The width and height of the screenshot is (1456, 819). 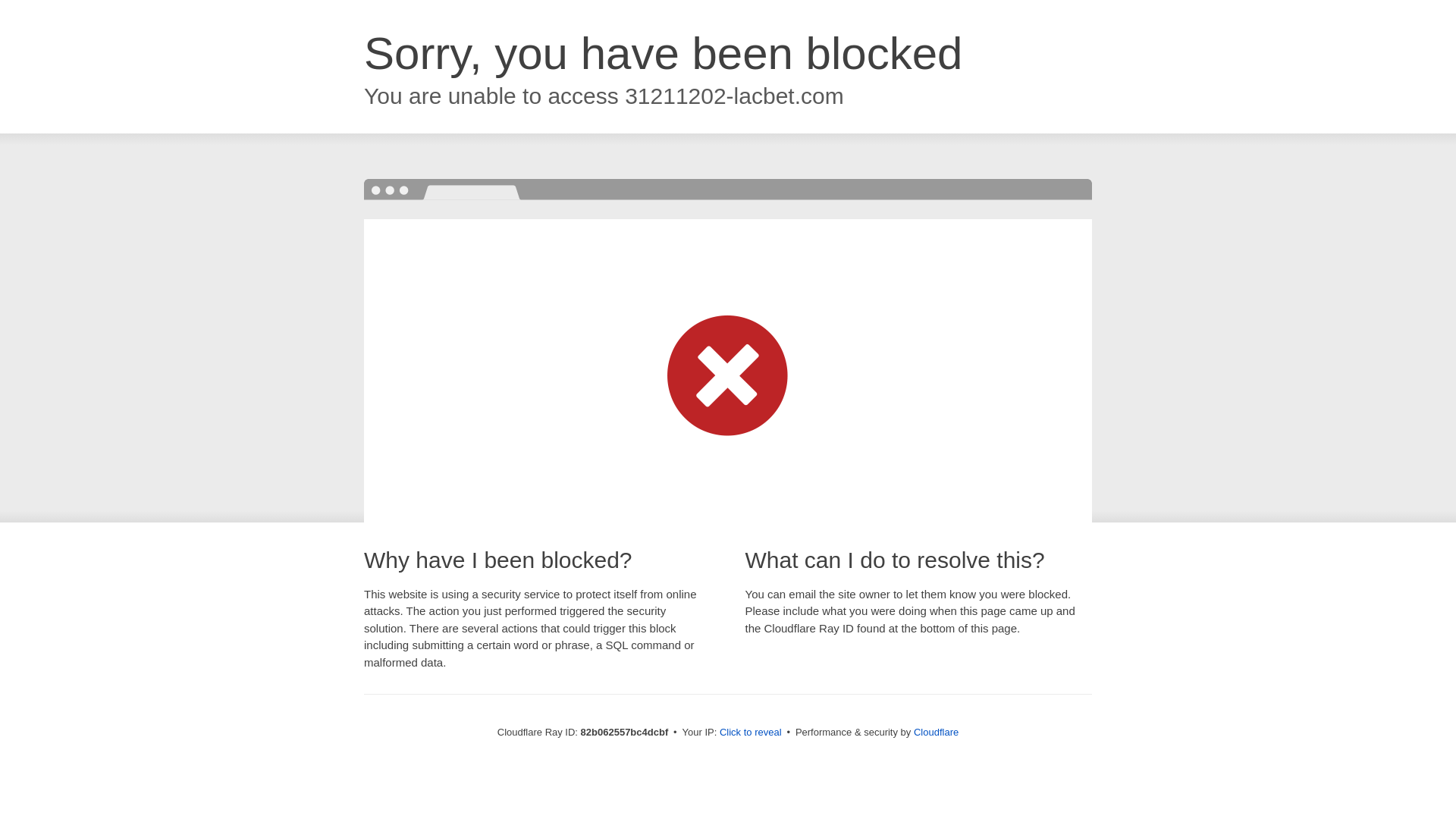 What do you see at coordinates (935, 731) in the screenshot?
I see `'Cloudflare'` at bounding box center [935, 731].